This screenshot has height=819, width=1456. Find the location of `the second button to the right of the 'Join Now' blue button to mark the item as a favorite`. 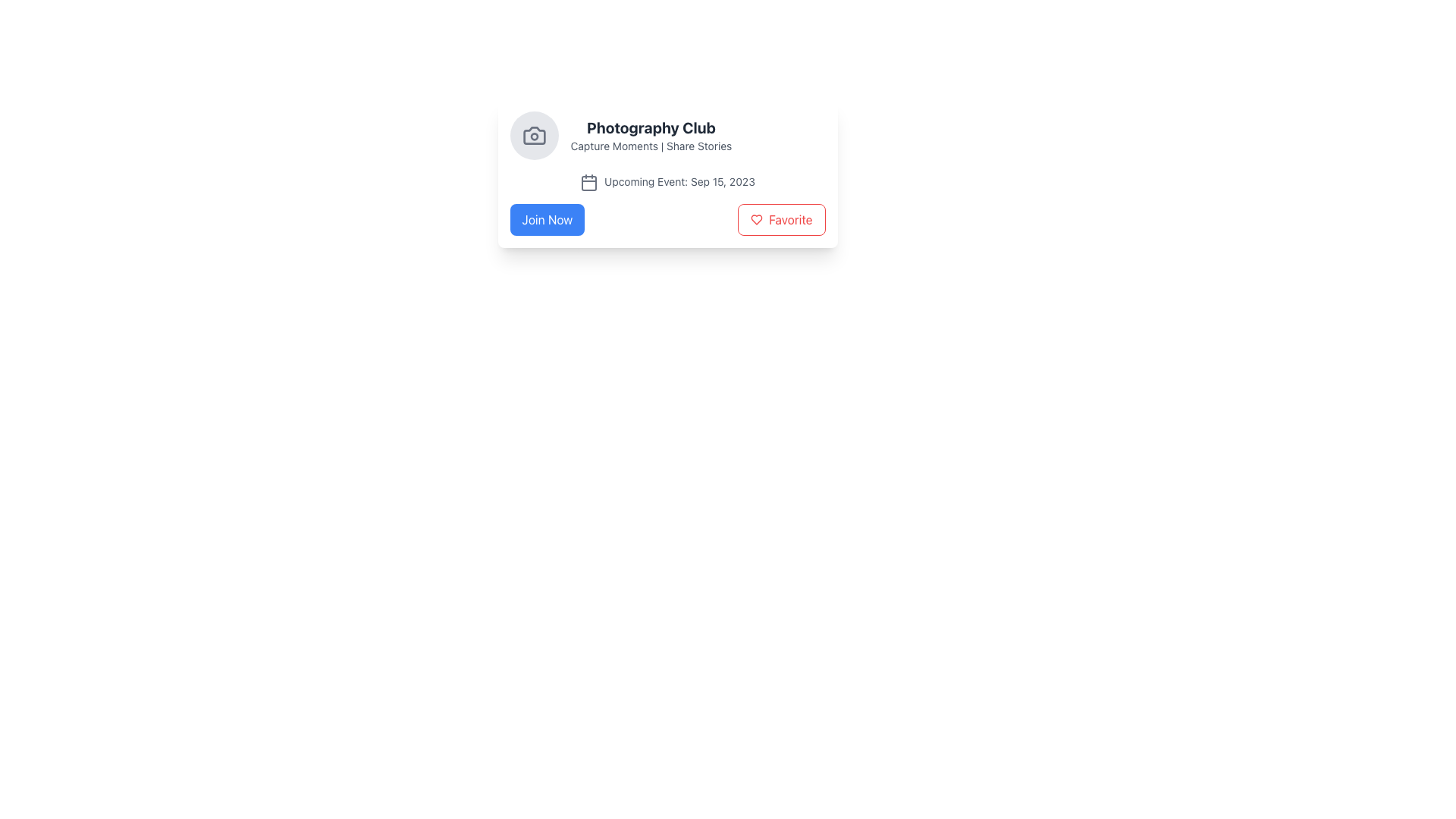

the second button to the right of the 'Join Now' blue button to mark the item as a favorite is located at coordinates (781, 219).